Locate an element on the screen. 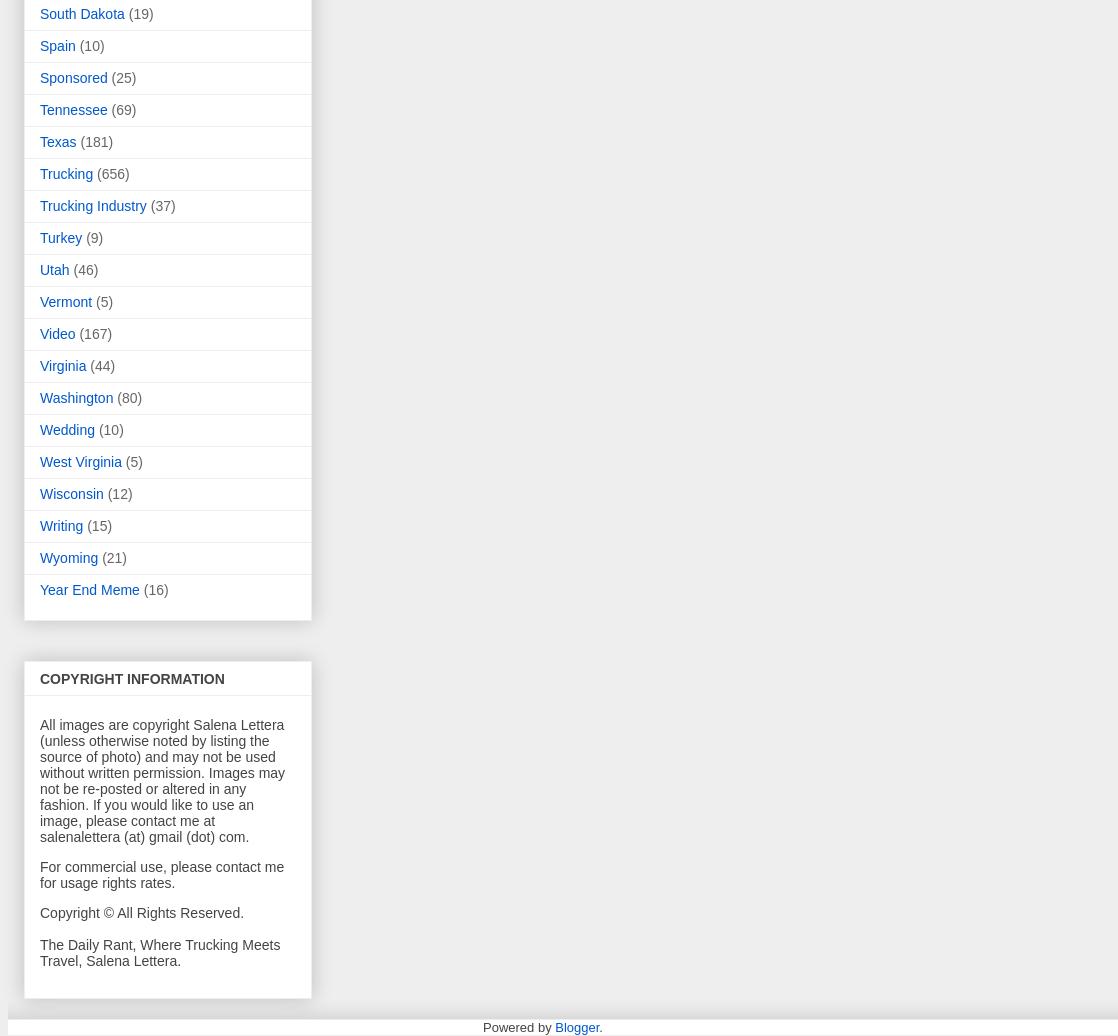 The image size is (1118, 1036). '(12)' is located at coordinates (106, 493).